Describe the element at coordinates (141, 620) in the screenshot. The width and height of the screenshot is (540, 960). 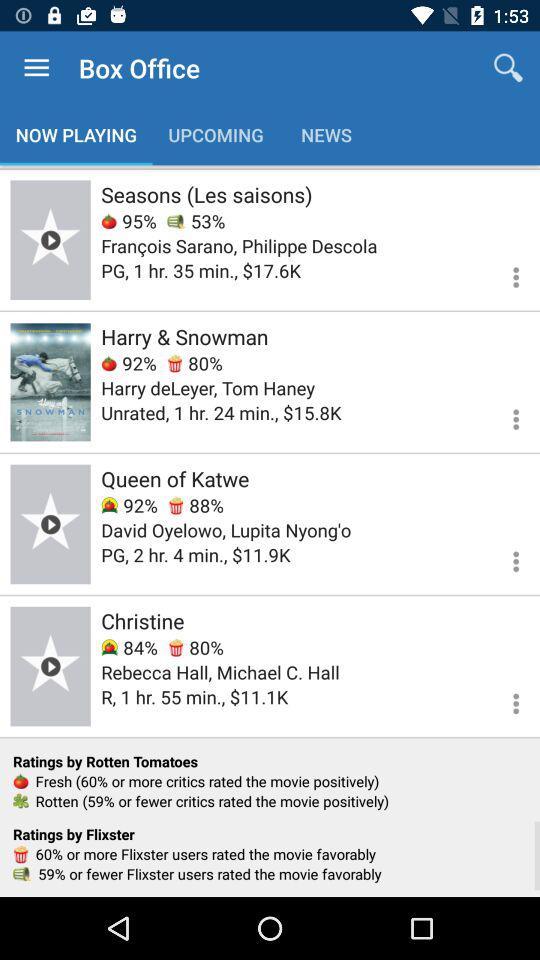
I see `item above 84%` at that location.